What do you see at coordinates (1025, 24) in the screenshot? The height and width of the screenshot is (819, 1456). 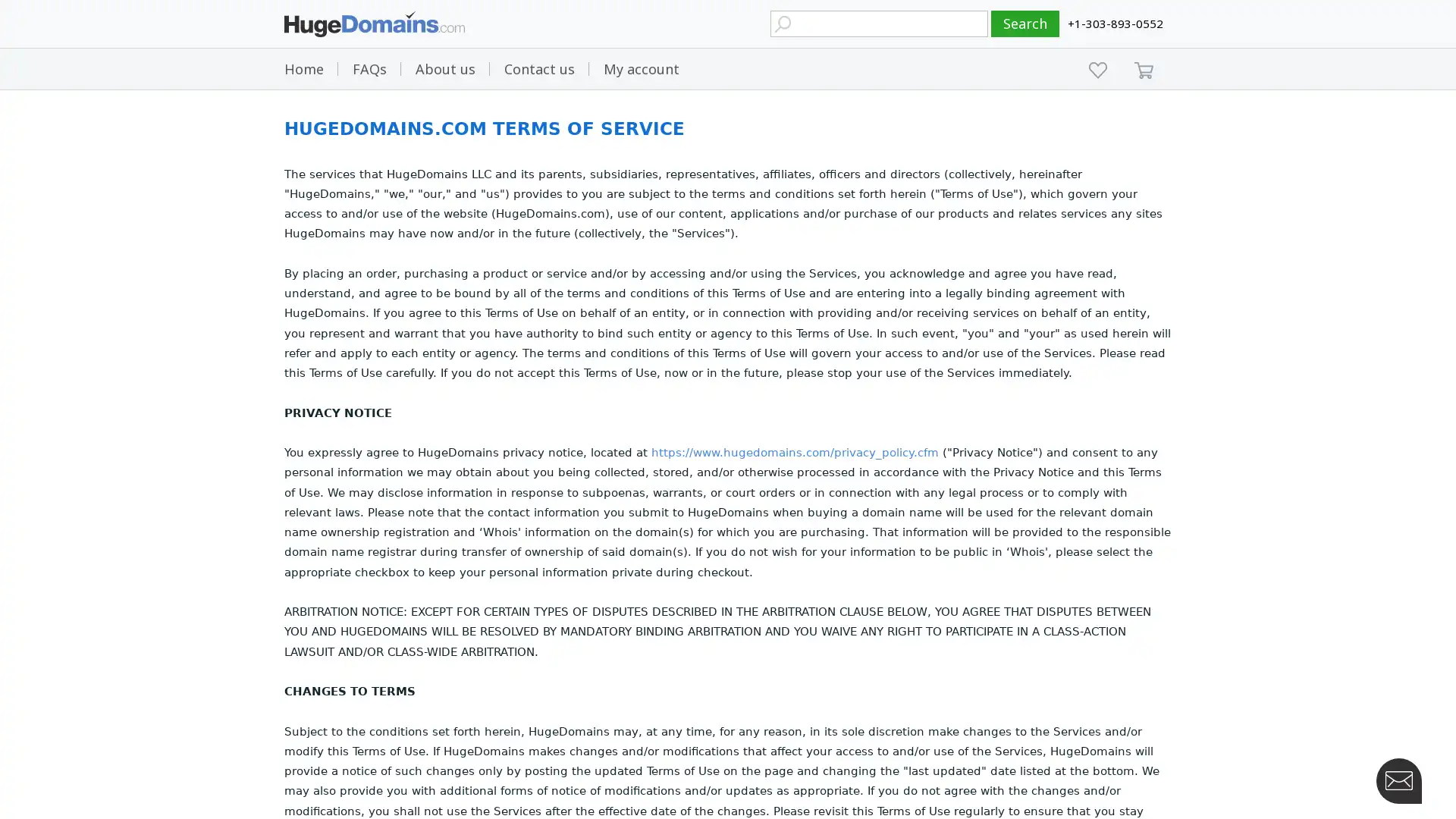 I see `Search` at bounding box center [1025, 24].